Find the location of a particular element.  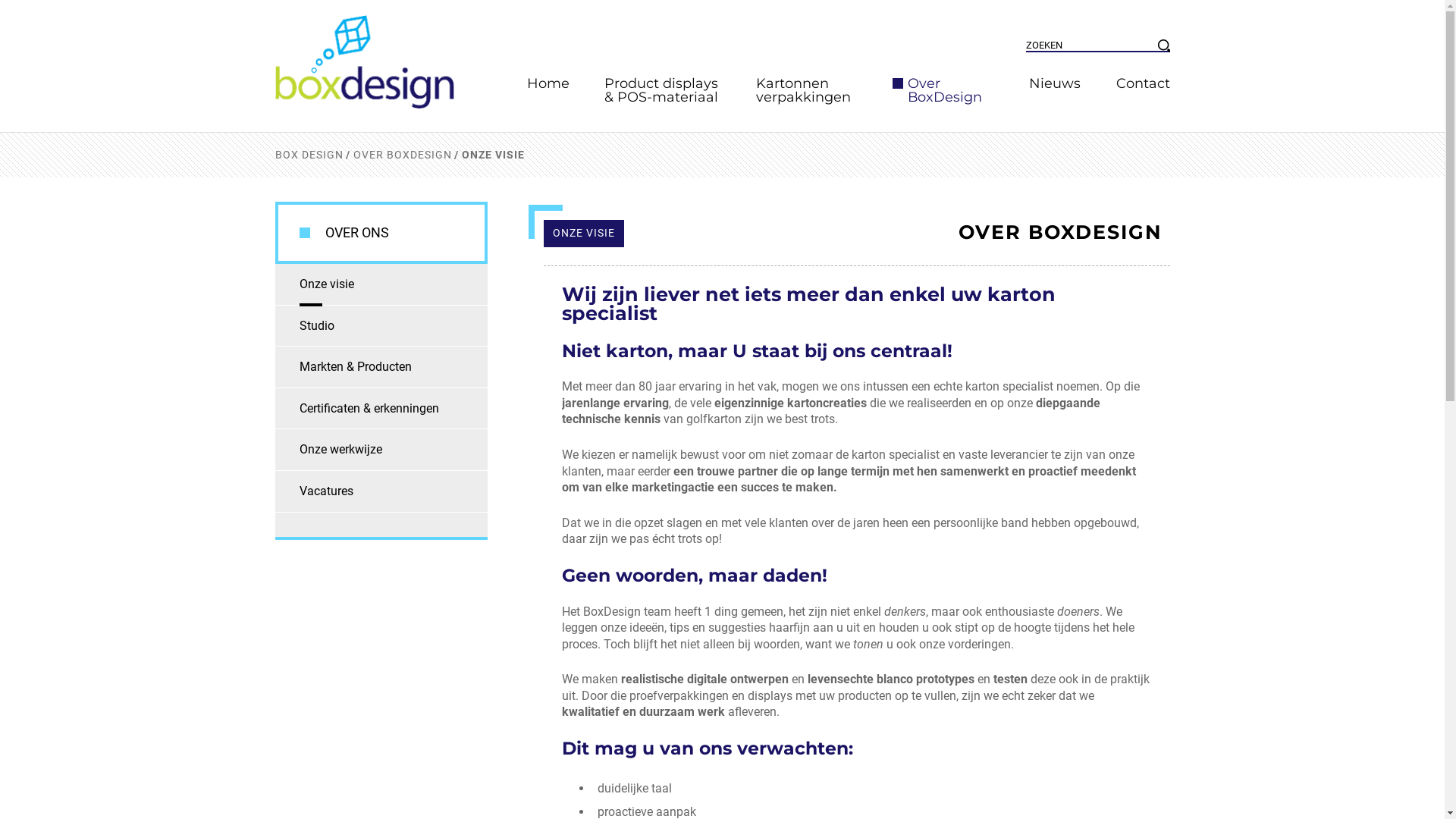

'Vacatures' is located at coordinates (381, 491).